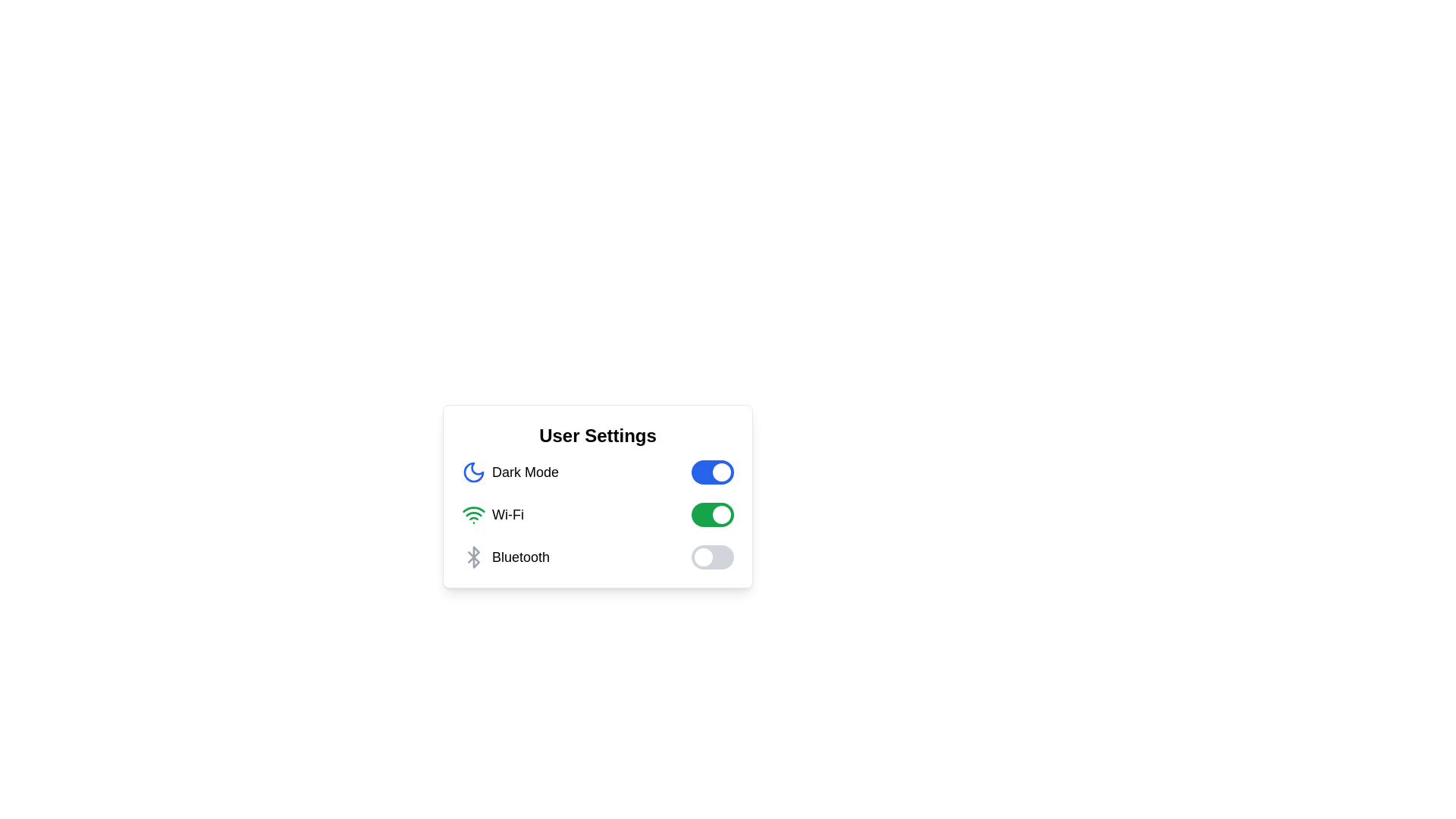  I want to click on the 'Dark Mode' label with a crescent moon icon in blue, which is the first item in the User Settings interface, so click(510, 472).